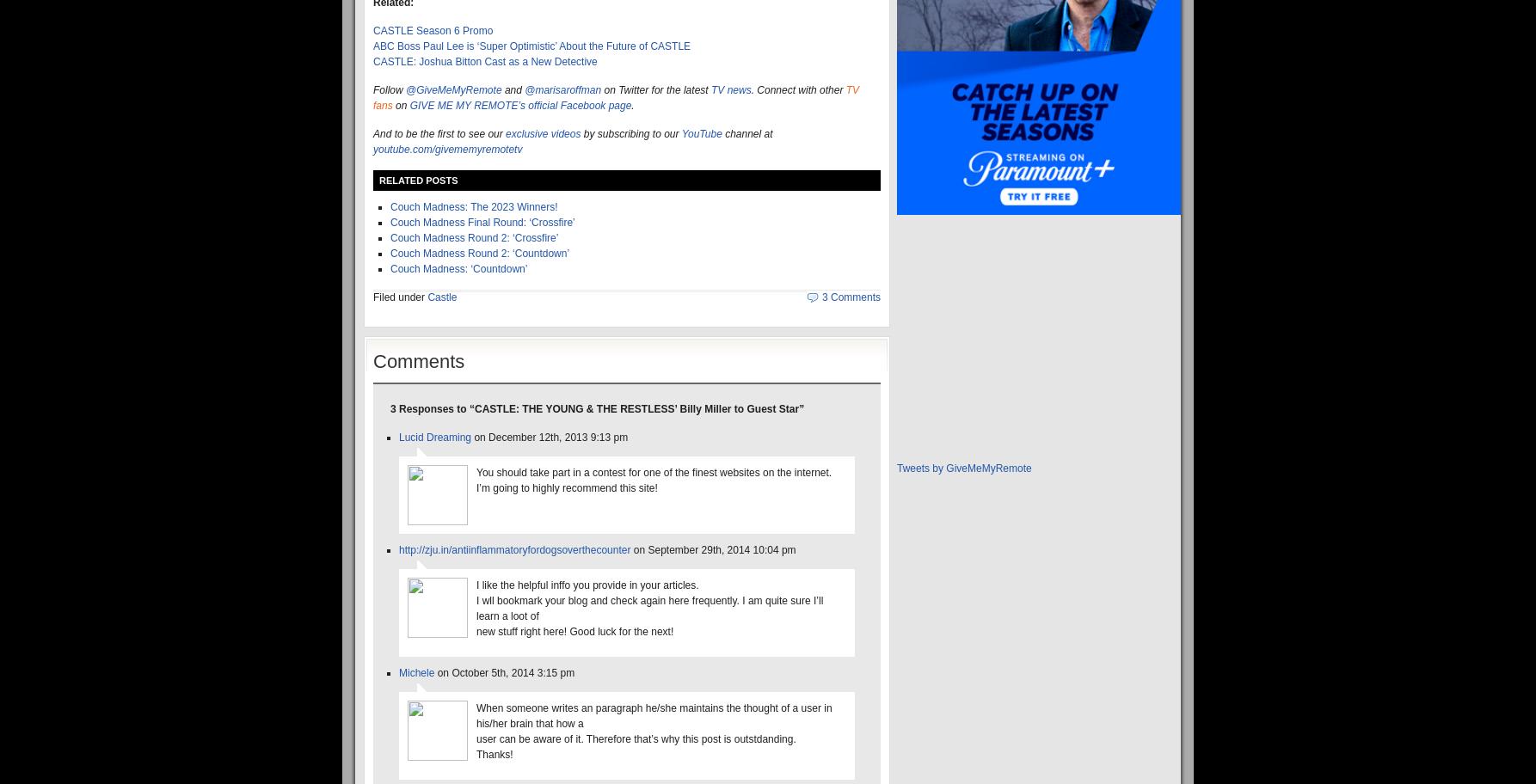 This screenshot has height=784, width=1536. I want to click on 'ABC Boss Paul Lee is ‘Super Optimistic’ About the Future of CASTLE', so click(372, 45).